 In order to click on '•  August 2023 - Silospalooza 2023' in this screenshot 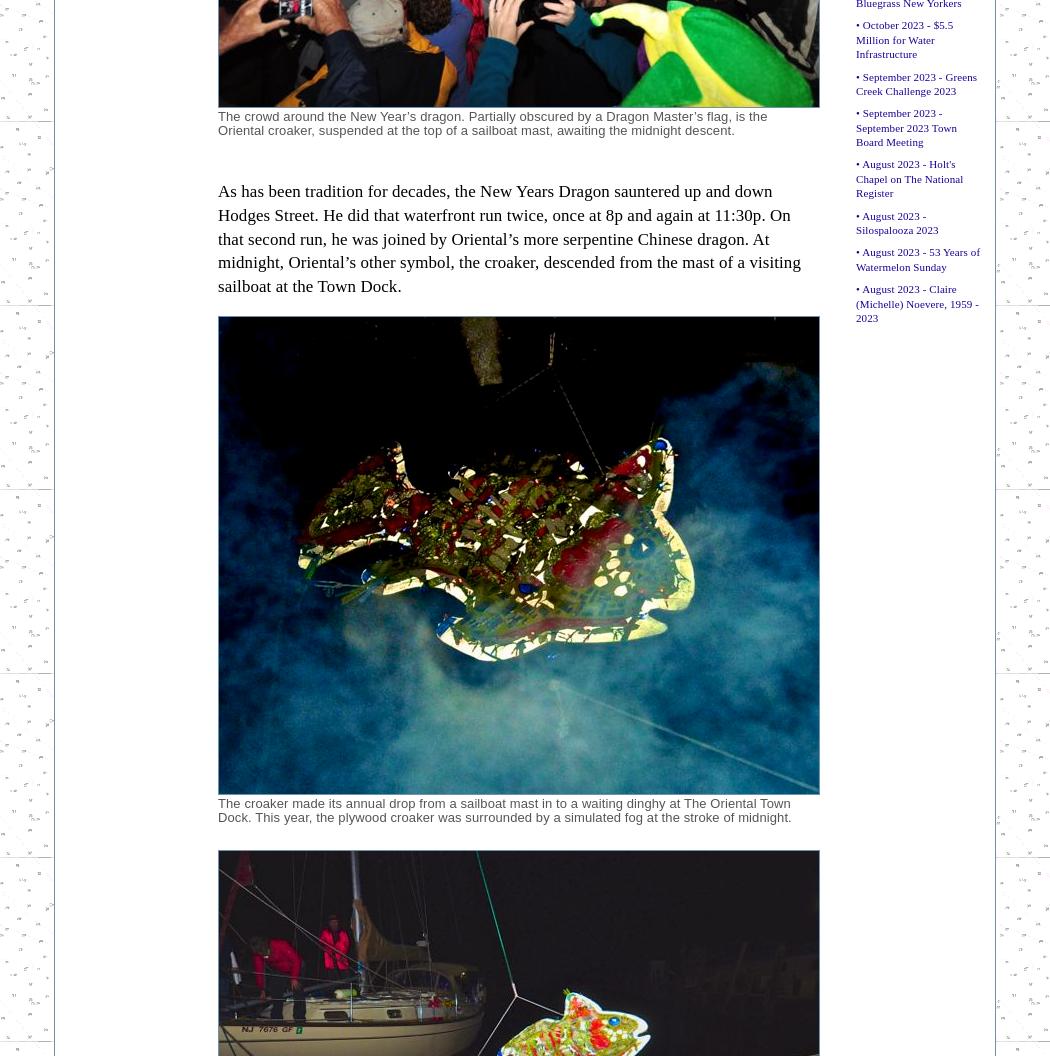, I will do `click(896, 221)`.